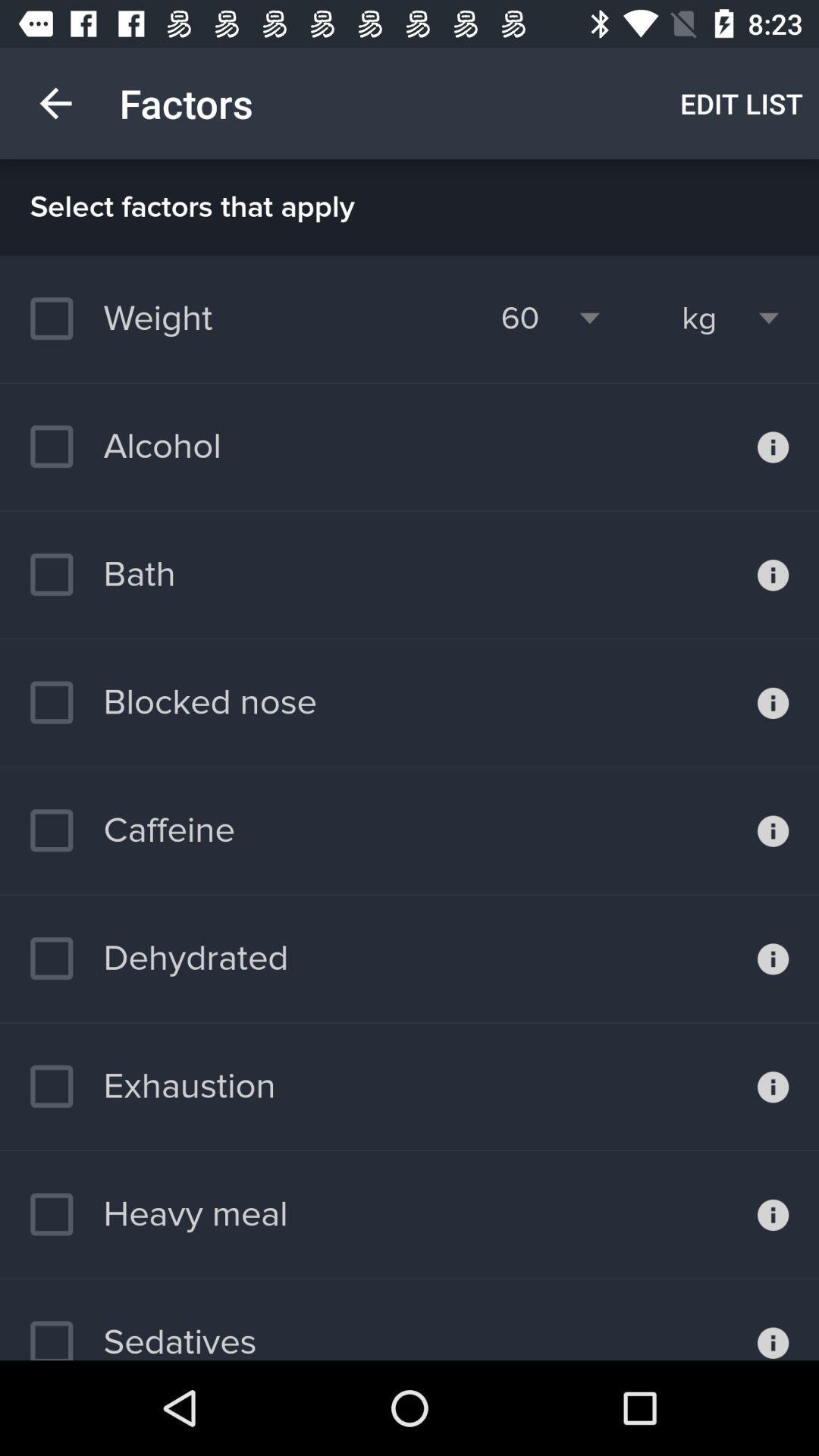 The width and height of the screenshot is (819, 1456). I want to click on item below caffeine item, so click(158, 958).